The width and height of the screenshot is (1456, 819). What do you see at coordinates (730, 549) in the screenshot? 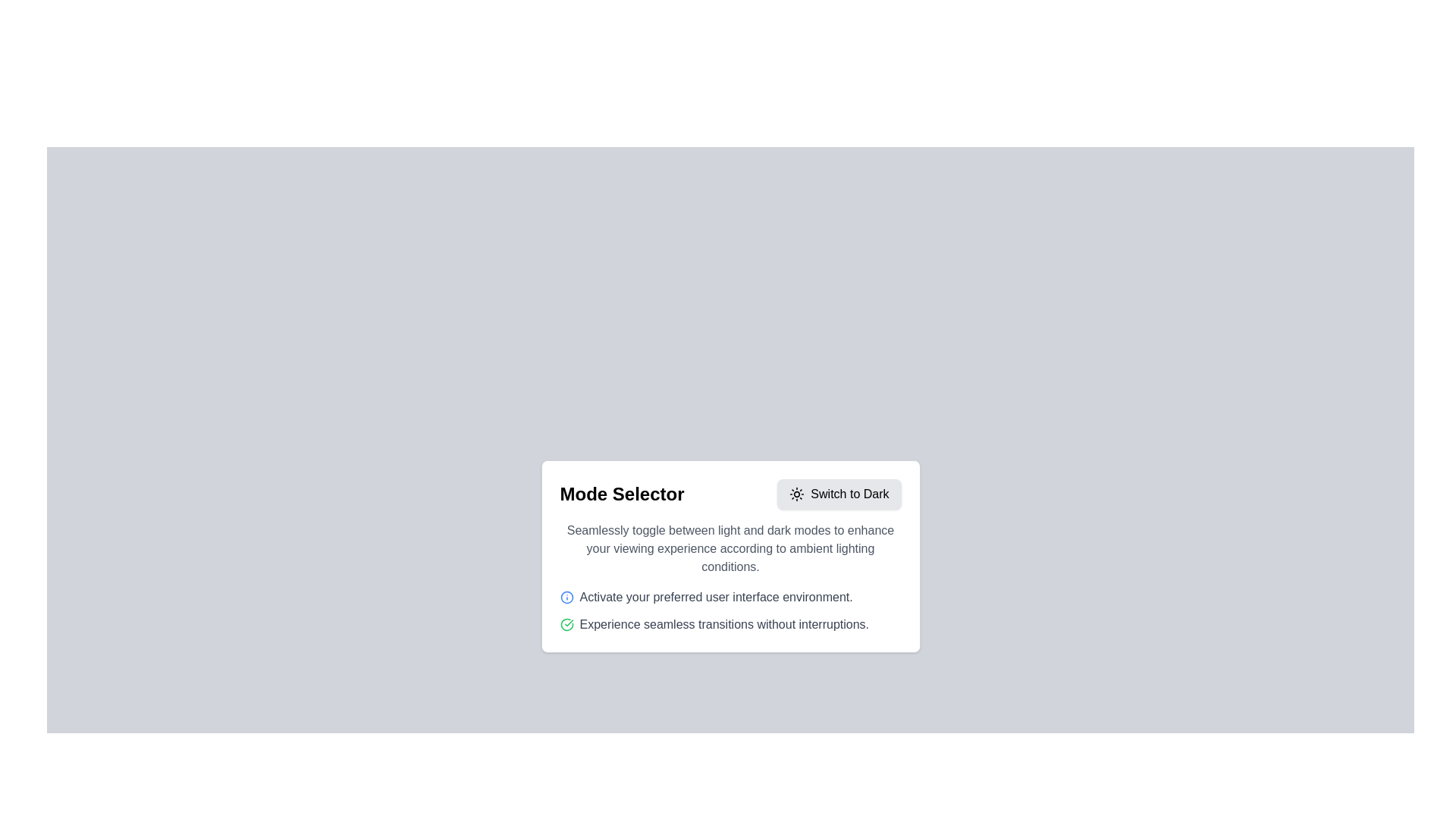
I see `the descriptive text block about toggling between light and dark modes, located below the 'Mode Selector' title` at bounding box center [730, 549].